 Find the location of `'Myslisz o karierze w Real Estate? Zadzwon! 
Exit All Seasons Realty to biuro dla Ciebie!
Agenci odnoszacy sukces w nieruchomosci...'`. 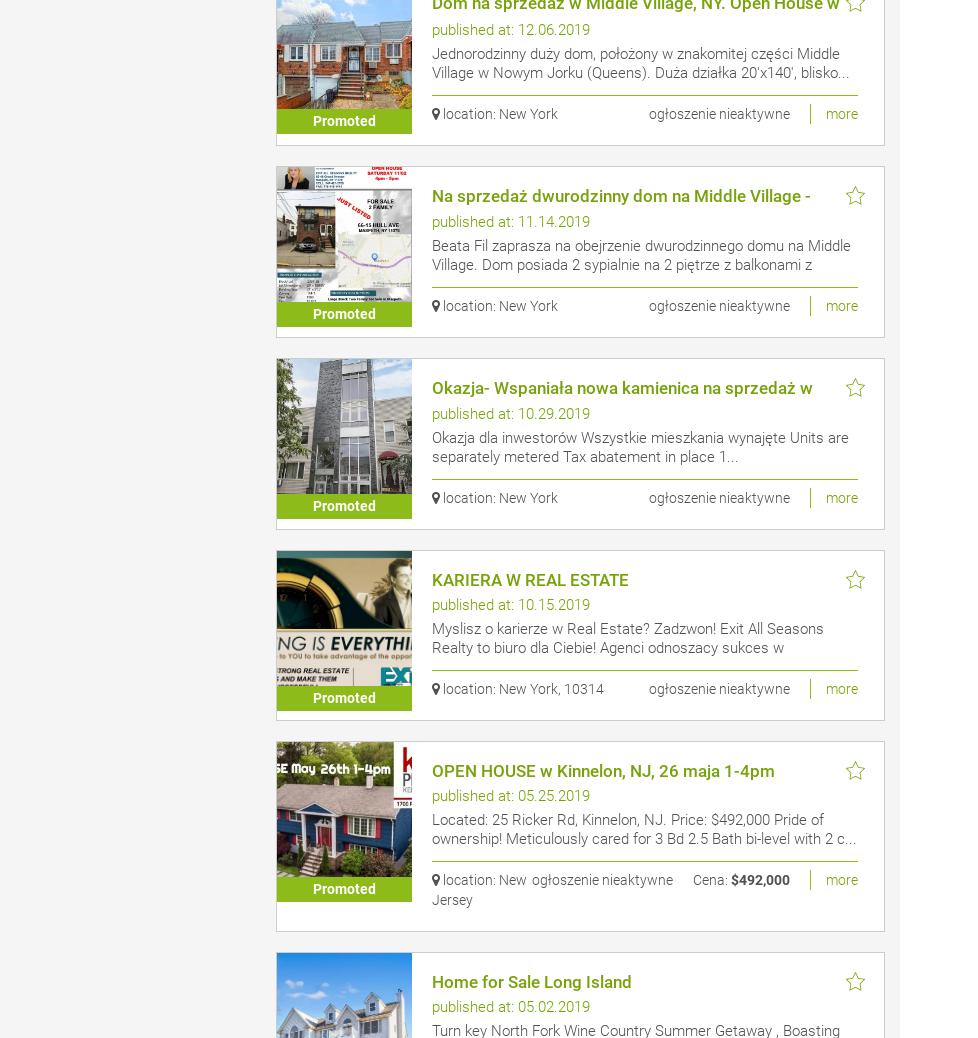

'Myslisz o karierze w Real Estate? Zadzwon! 
Exit All Seasons Realty to biuro dla Ciebie!
Agenci odnoszacy sukces w nieruchomosci...' is located at coordinates (626, 647).